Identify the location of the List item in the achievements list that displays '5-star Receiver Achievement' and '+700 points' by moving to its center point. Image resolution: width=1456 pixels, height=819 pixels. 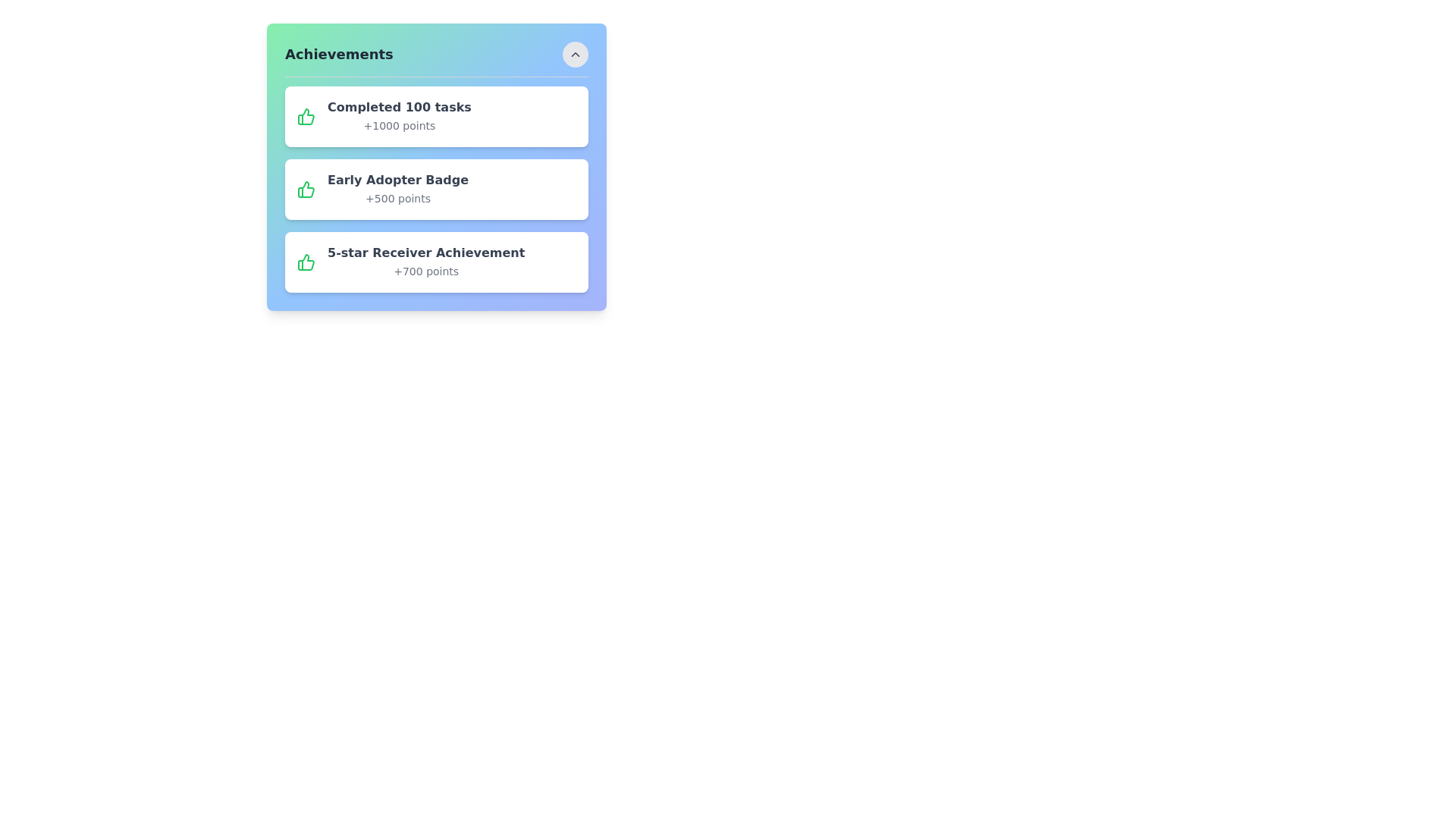
(436, 262).